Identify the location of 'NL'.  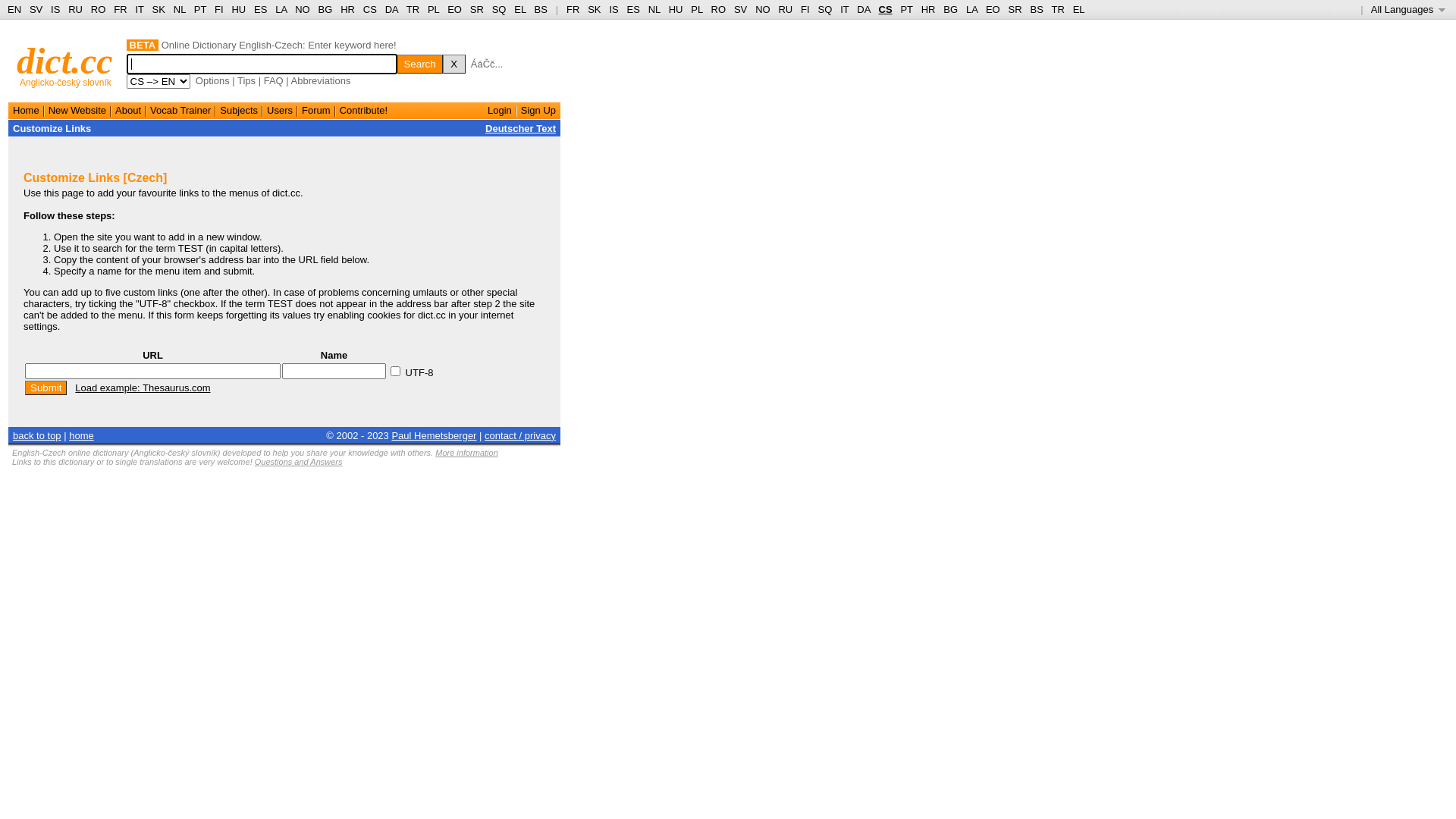
(654, 9).